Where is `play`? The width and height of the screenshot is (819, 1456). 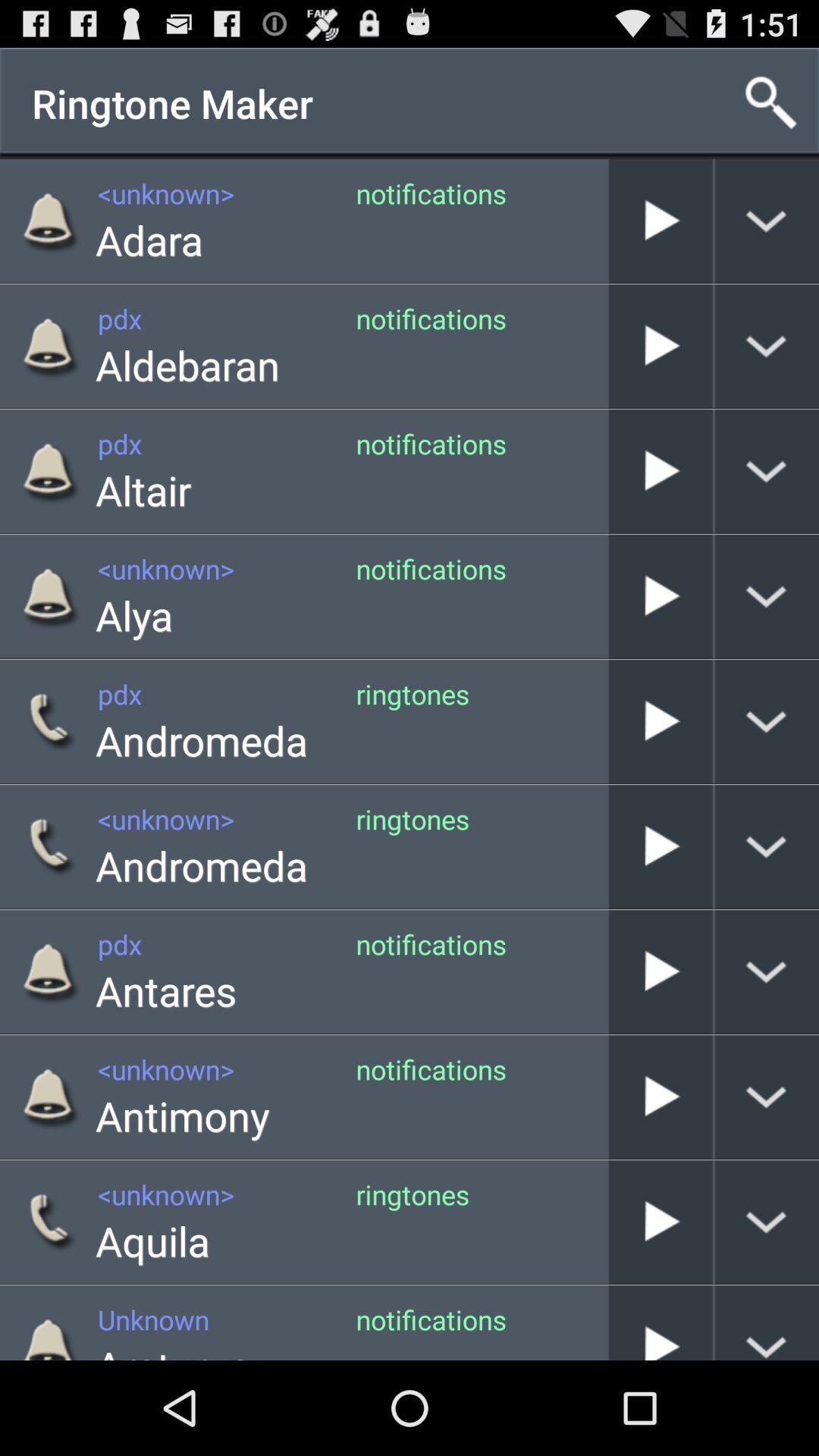
play is located at coordinates (660, 595).